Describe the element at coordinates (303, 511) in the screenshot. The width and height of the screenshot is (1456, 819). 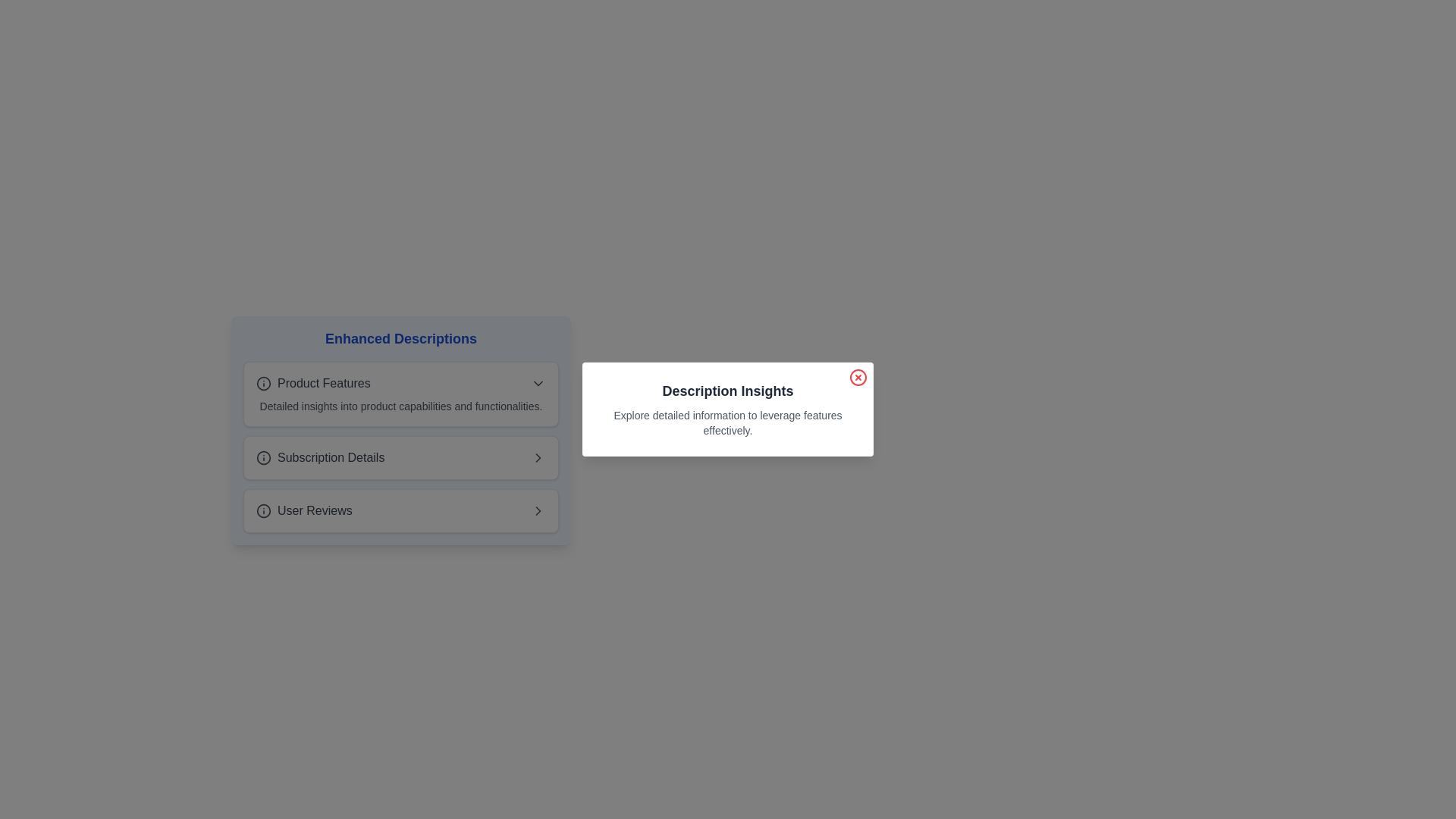
I see `text-linked navigational element for user reviews, positioned at the bottom of the 'Enhanced Descriptions' section, following 'Product Features' and 'Subscription Details'` at that location.